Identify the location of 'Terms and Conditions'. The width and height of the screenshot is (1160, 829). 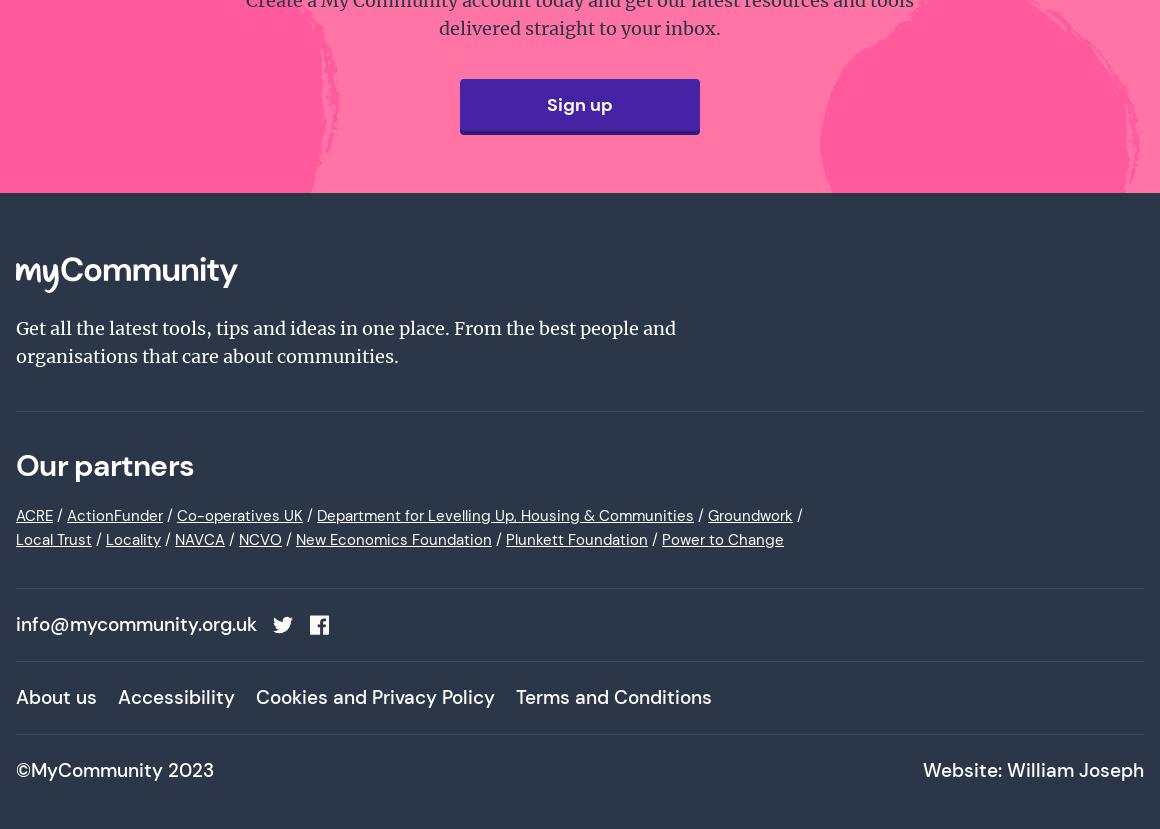
(612, 697).